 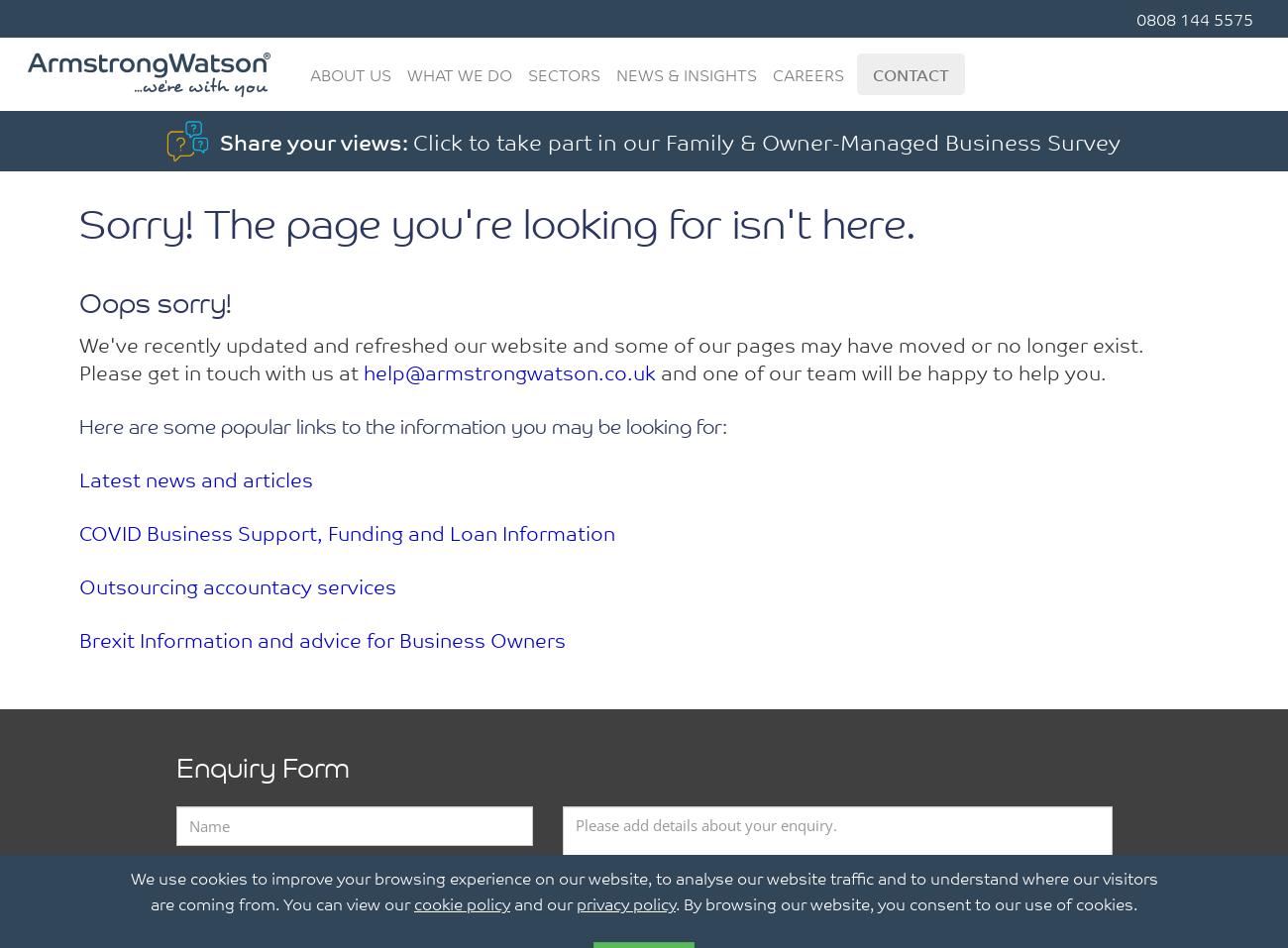 I want to click on 'What We Do', so click(x=458, y=73).